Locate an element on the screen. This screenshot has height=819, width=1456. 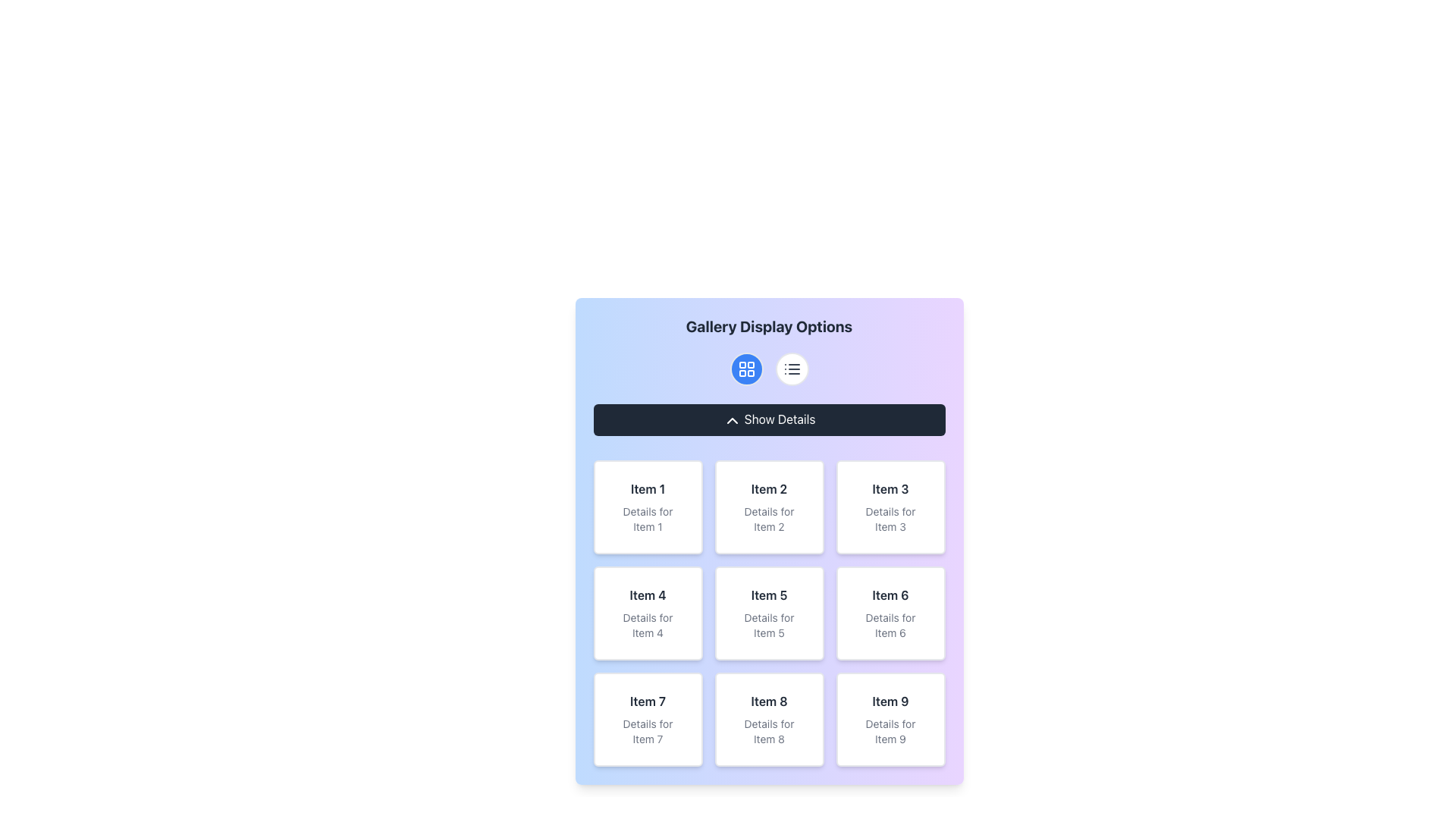
the title text label of the sixth card in a 3x3 grid layout, which is positioned above the text 'Details for Item 6' is located at coordinates (890, 594).